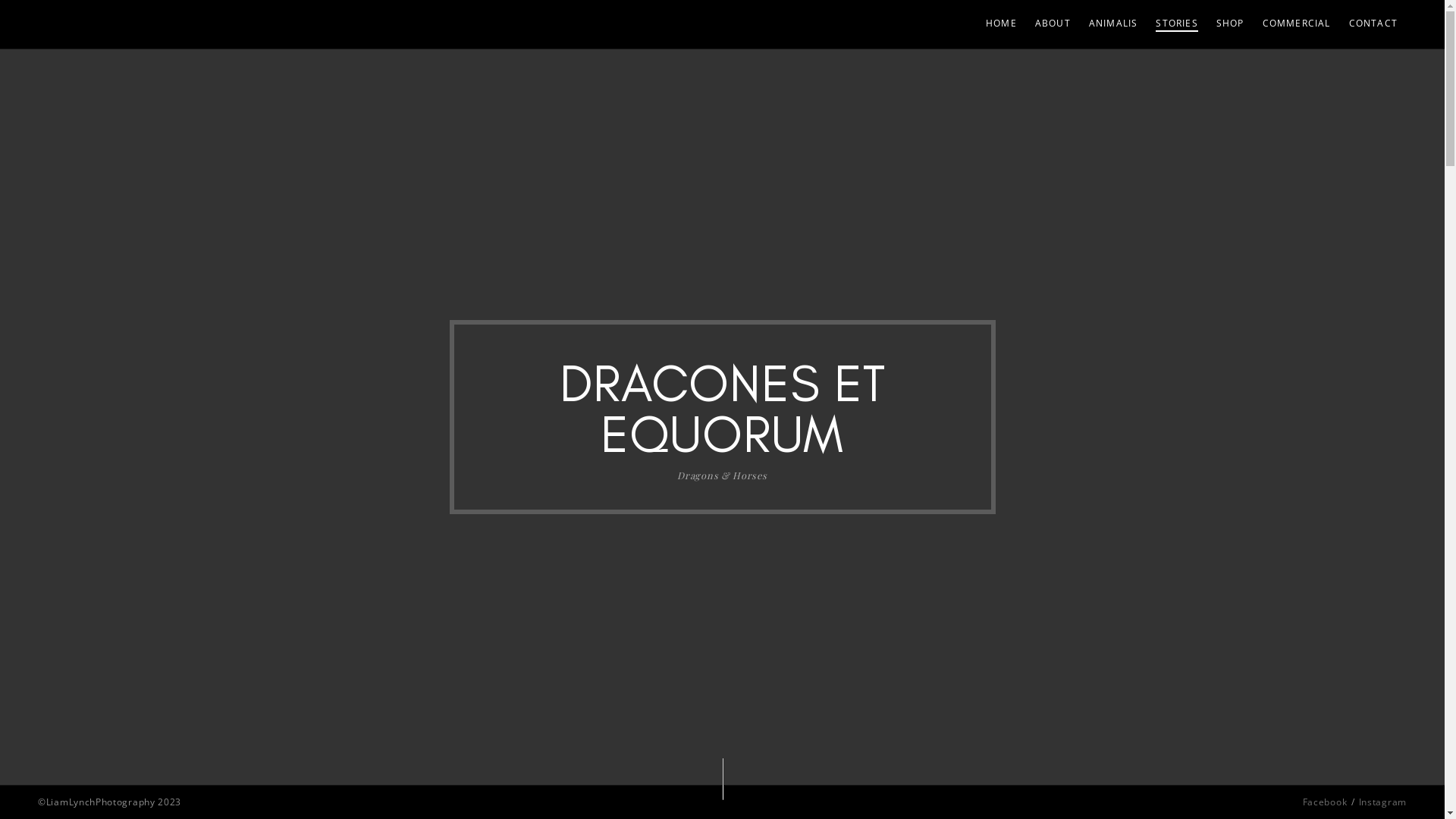 The image size is (1456, 819). I want to click on 'Instagram', so click(1358, 800).